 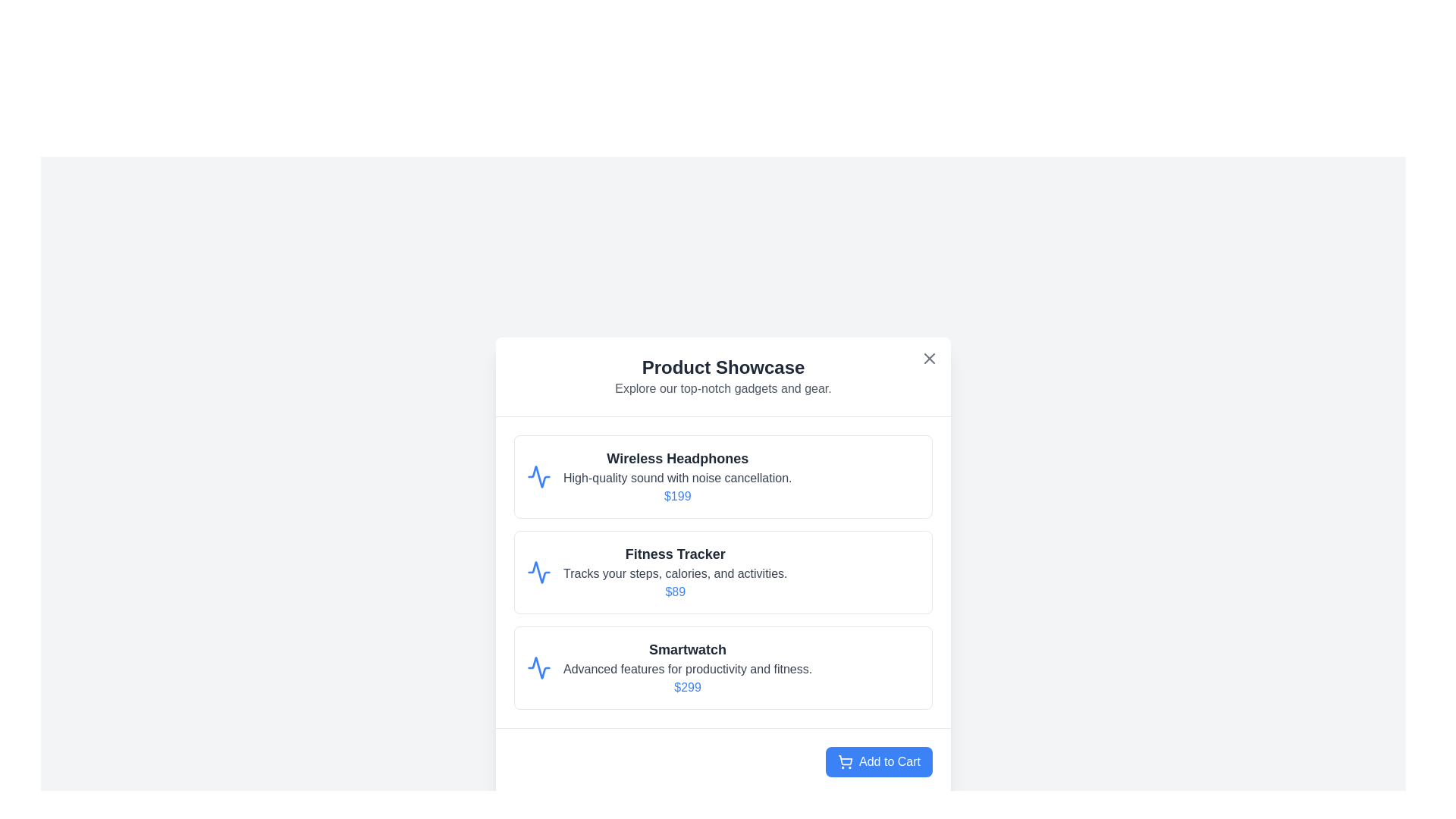 What do you see at coordinates (674, 554) in the screenshot?
I see `text displayed in the title of the product, which is centrally located within the middle card of the list` at bounding box center [674, 554].